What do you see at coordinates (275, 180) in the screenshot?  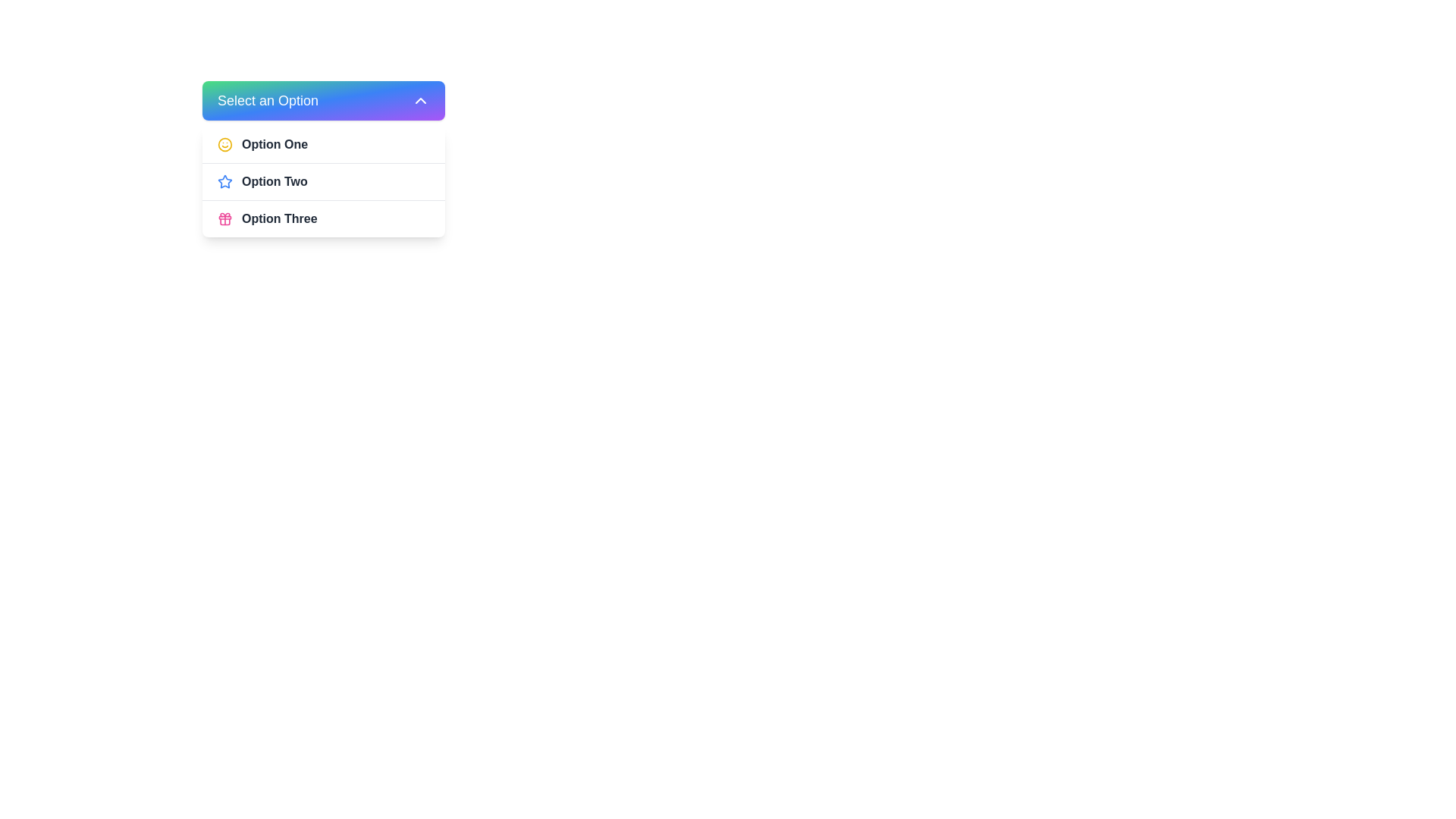 I see `the text label 'Option Two' which is the second item in a dropdown menu` at bounding box center [275, 180].